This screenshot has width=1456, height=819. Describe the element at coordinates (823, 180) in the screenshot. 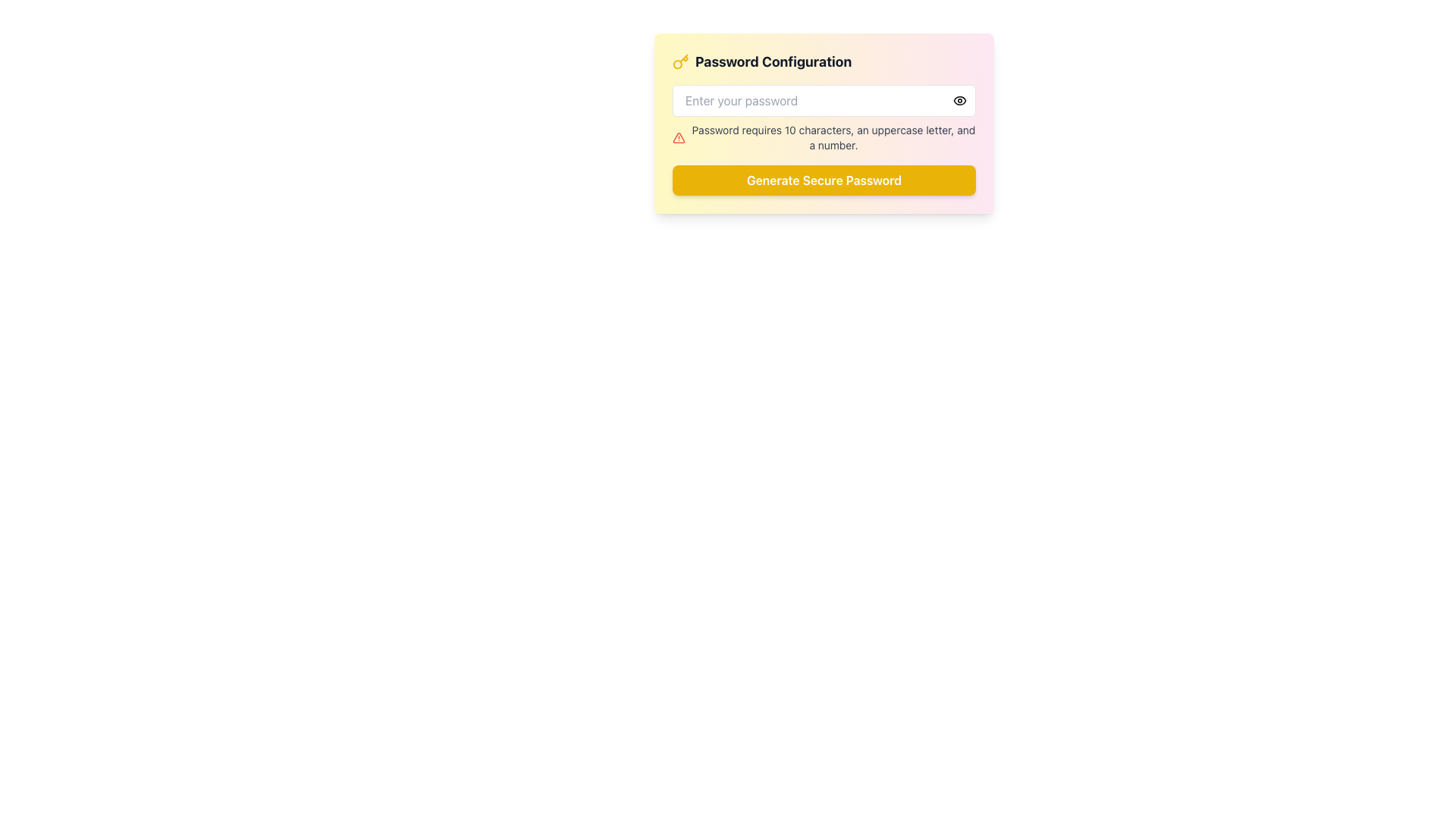

I see `the button with the text 'Generate Secure Password' that has a gradient yellow background and rounded corners` at that location.